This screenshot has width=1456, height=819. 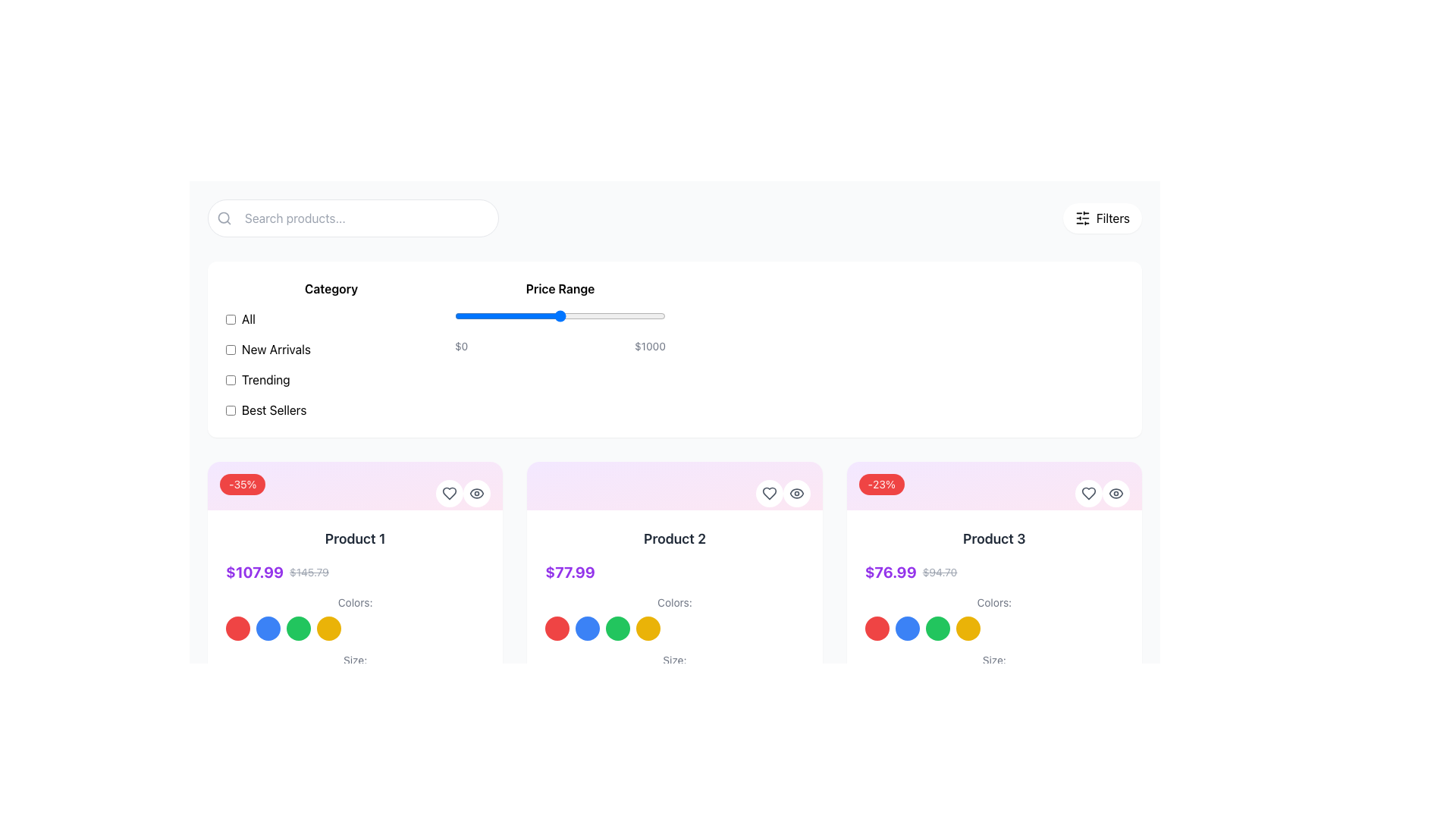 What do you see at coordinates (994, 538) in the screenshot?
I see `the Text label for 'Product 3', which is positioned at the top of the product card, beneath the discount badge and above the price information` at bounding box center [994, 538].